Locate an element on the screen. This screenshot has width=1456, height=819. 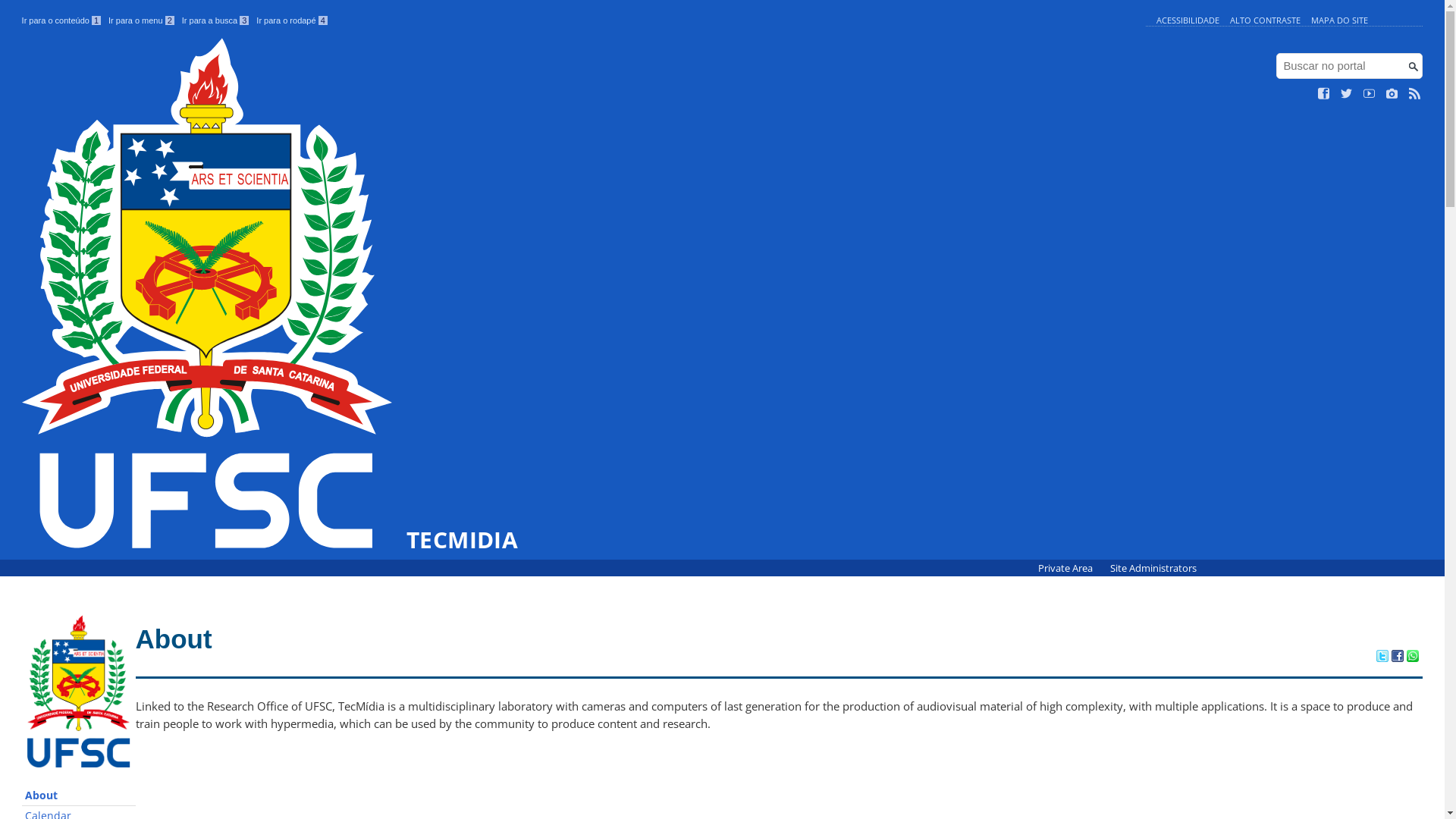
'Siga no Twitter' is located at coordinates (1347, 93).